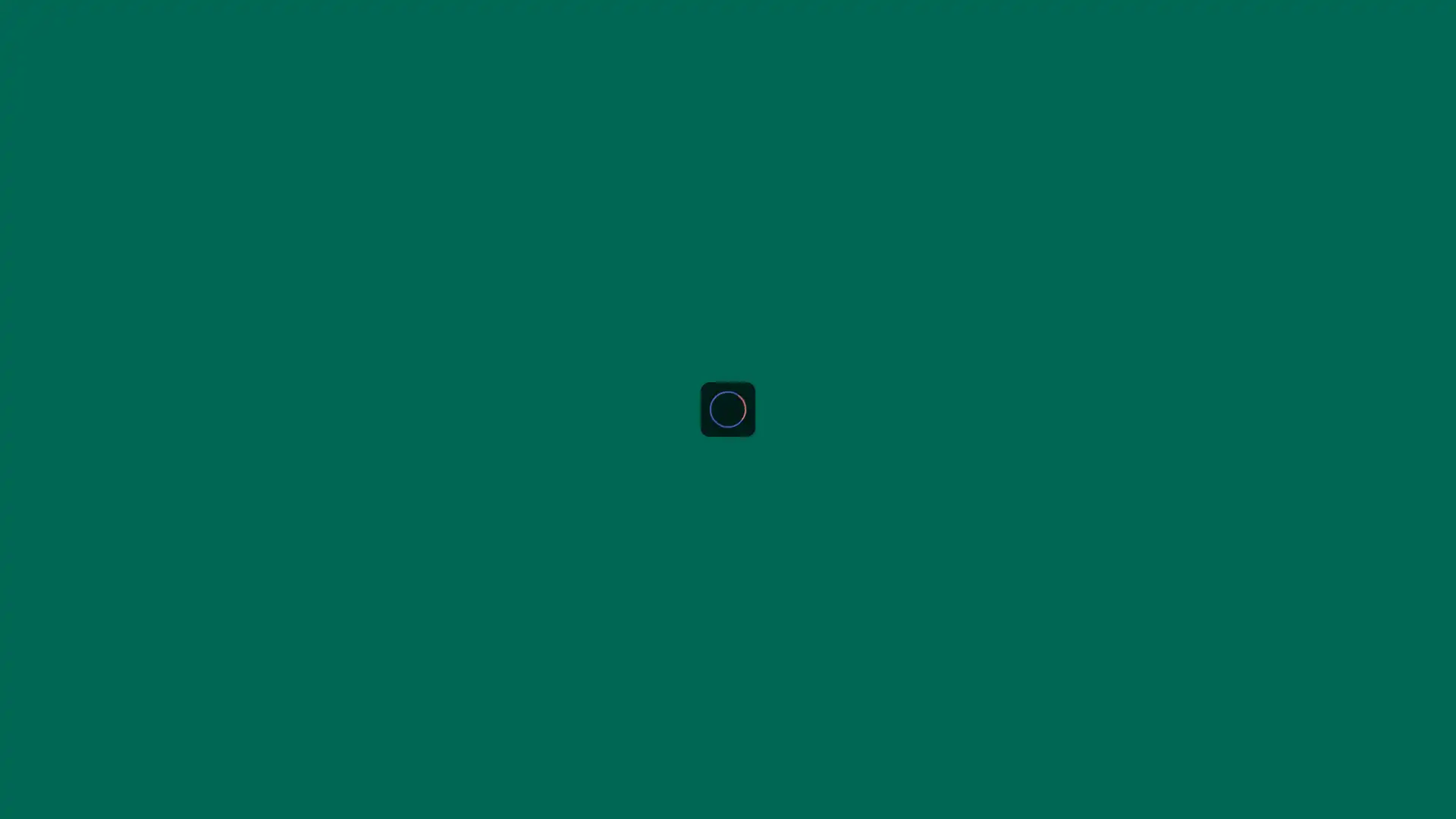  Describe the element at coordinates (1416, 20) in the screenshot. I see `Sign up` at that location.